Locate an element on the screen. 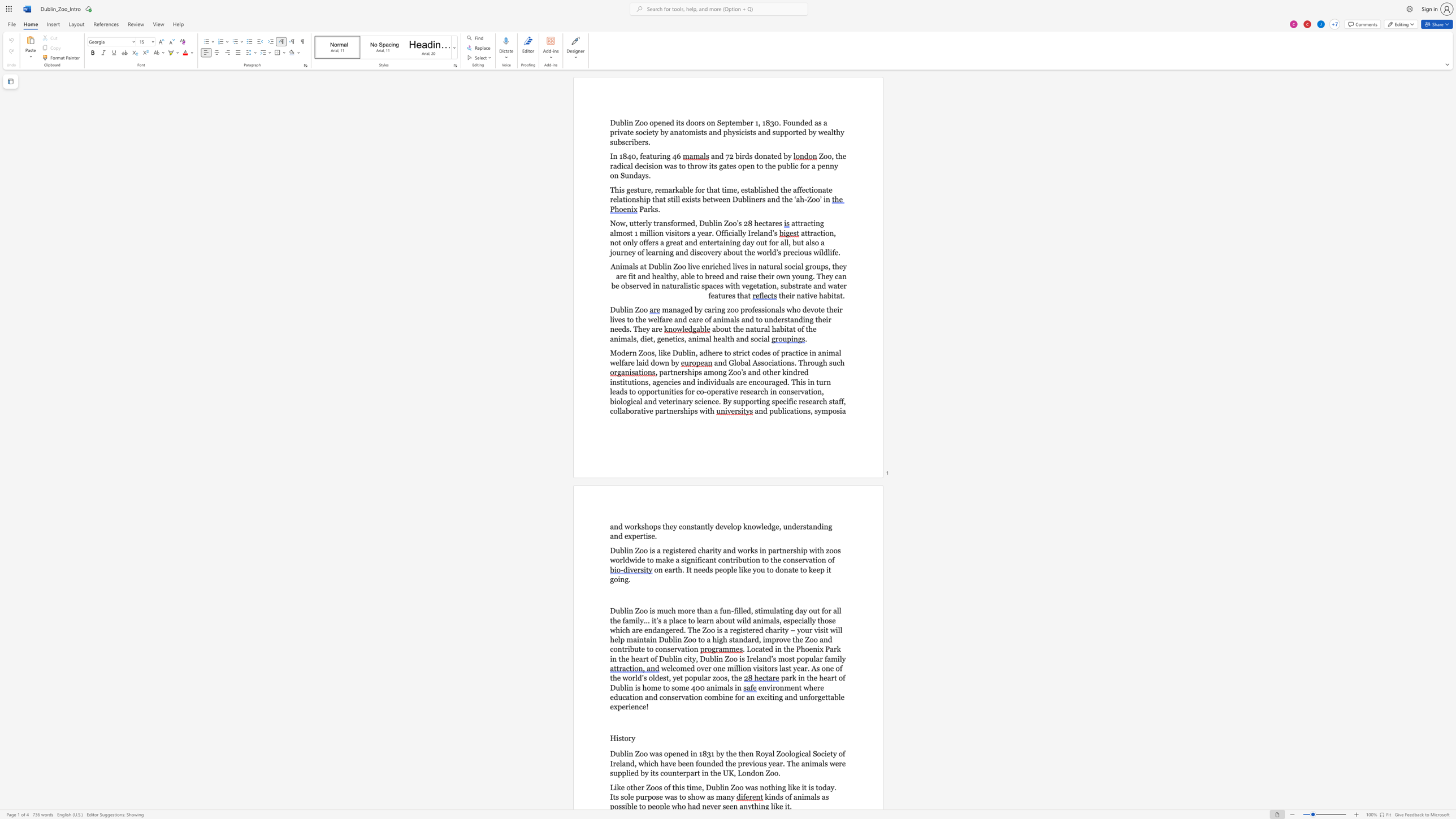 Image resolution: width=1456 pixels, height=819 pixels. the space between the continuous character "u" and "n" in the text is located at coordinates (787, 527).